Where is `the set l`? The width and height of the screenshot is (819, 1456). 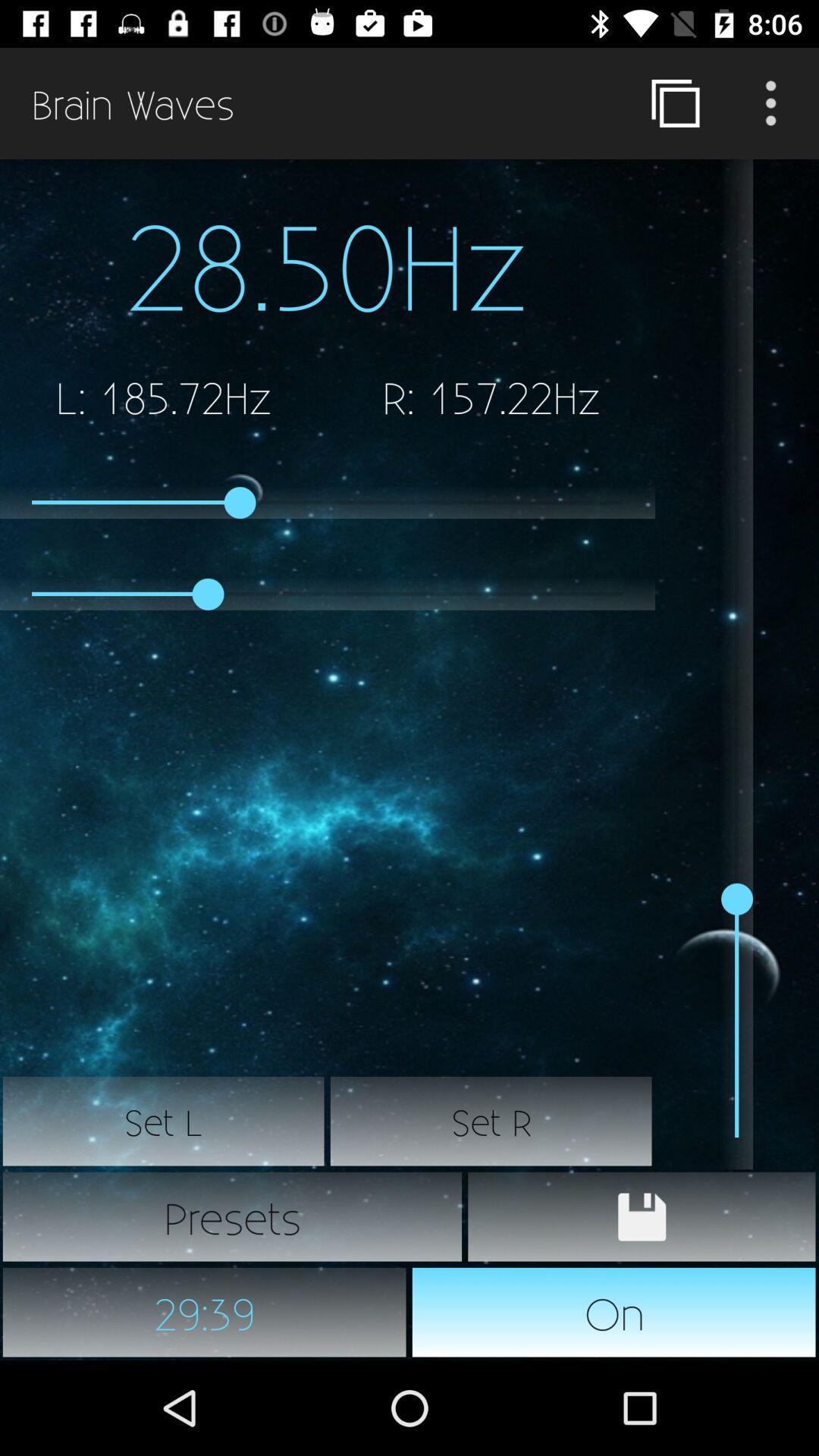
the set l is located at coordinates (164, 1121).